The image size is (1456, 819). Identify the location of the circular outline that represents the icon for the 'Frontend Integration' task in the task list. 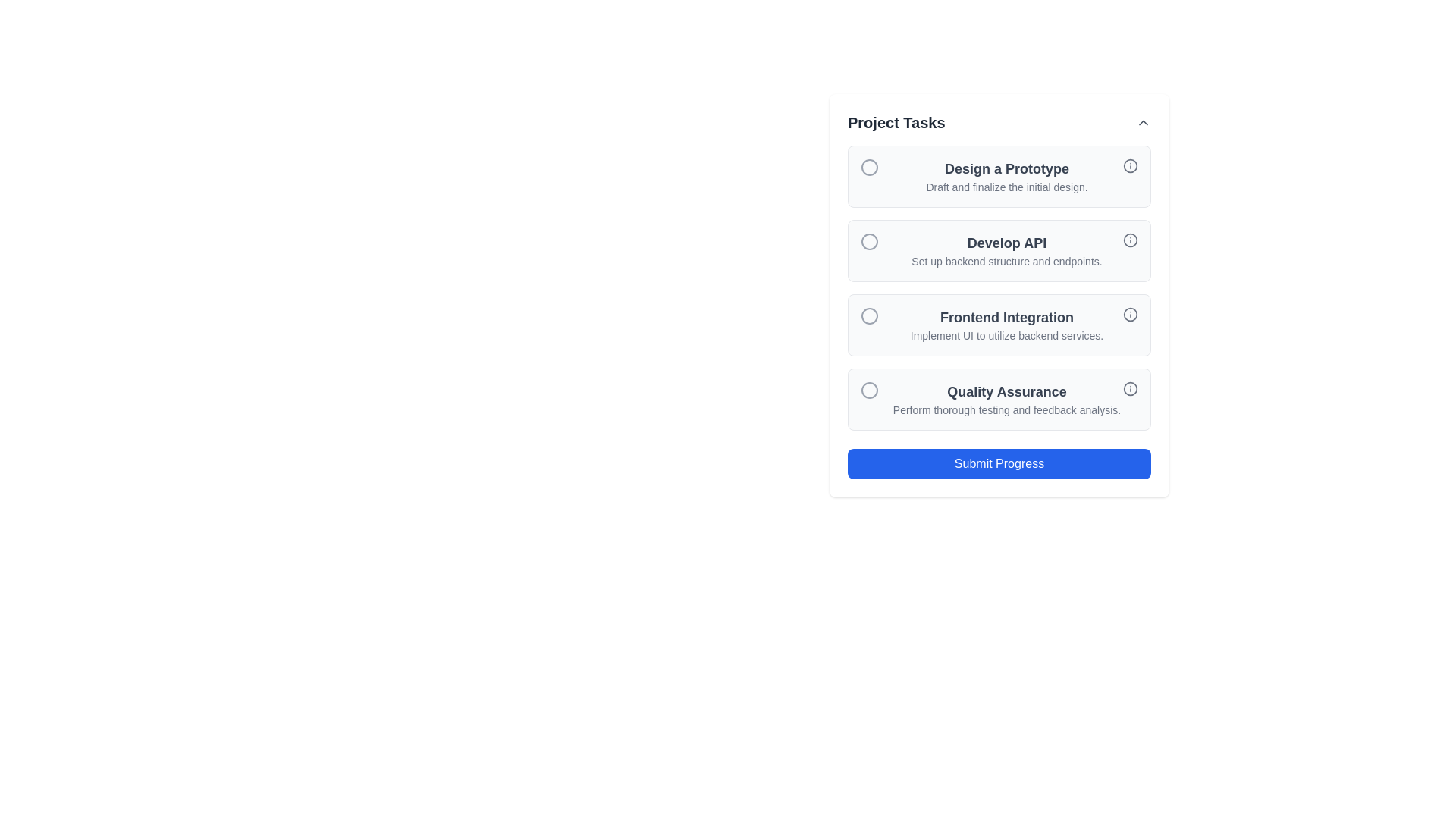
(1131, 314).